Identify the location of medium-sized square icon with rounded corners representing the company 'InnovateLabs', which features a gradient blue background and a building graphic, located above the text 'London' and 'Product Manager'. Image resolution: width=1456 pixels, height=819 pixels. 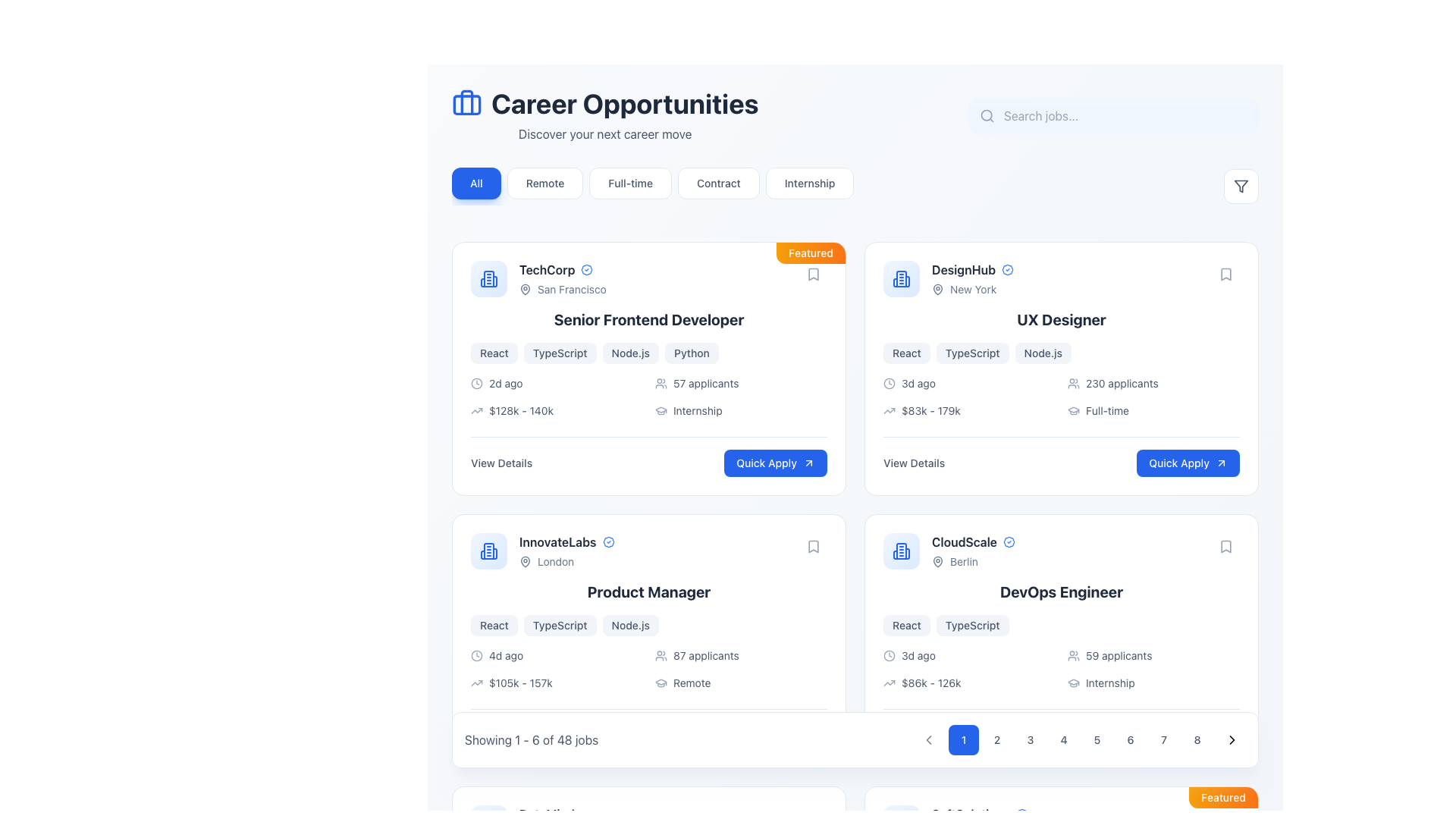
(488, 551).